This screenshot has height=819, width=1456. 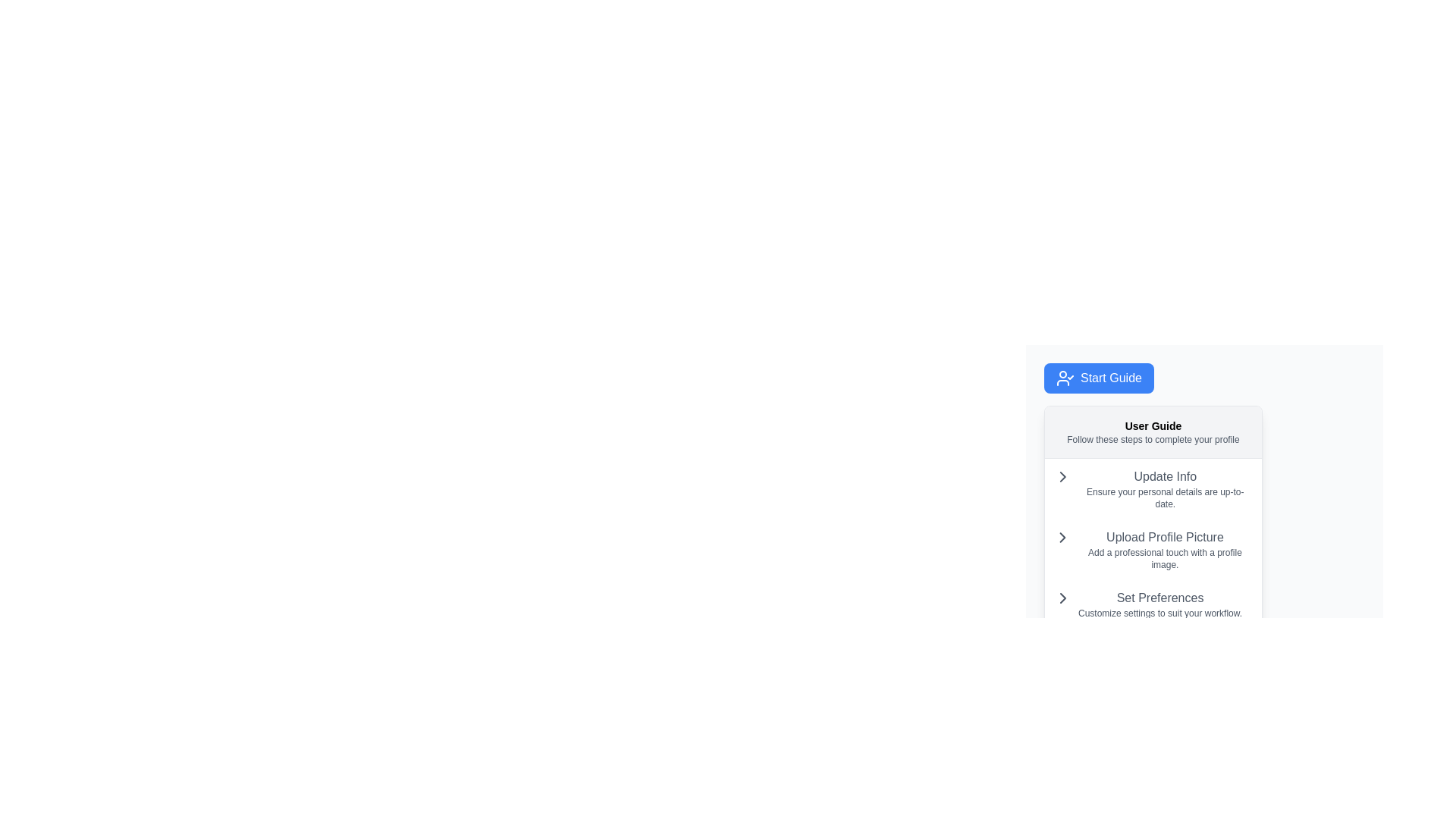 What do you see at coordinates (1153, 439) in the screenshot?
I see `the static text that reads 'Follow these steps to complete your profile,' which is located below the 'User Guide' heading in the upper-right section of the interface` at bounding box center [1153, 439].